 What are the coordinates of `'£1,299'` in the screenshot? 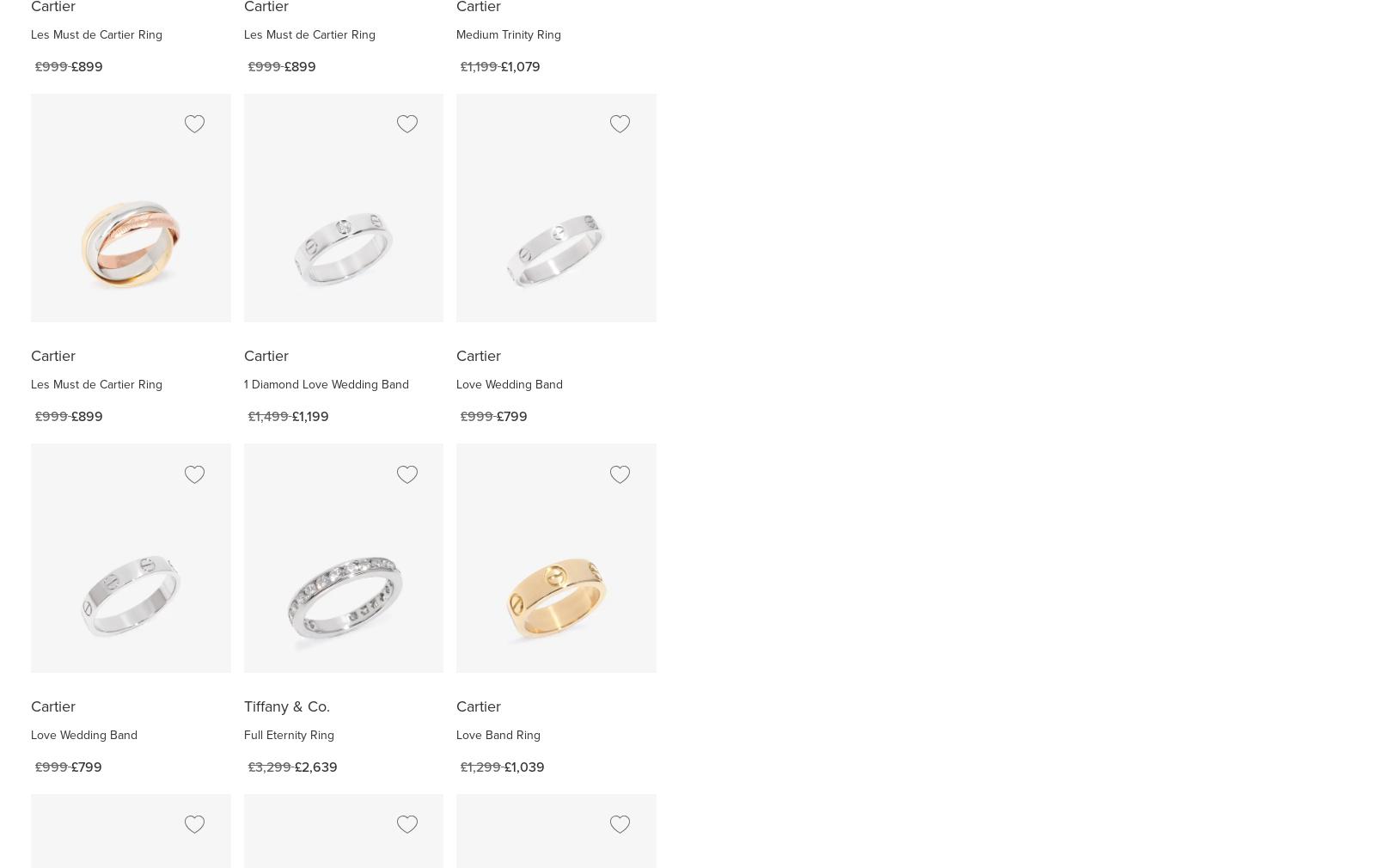 It's located at (480, 766).